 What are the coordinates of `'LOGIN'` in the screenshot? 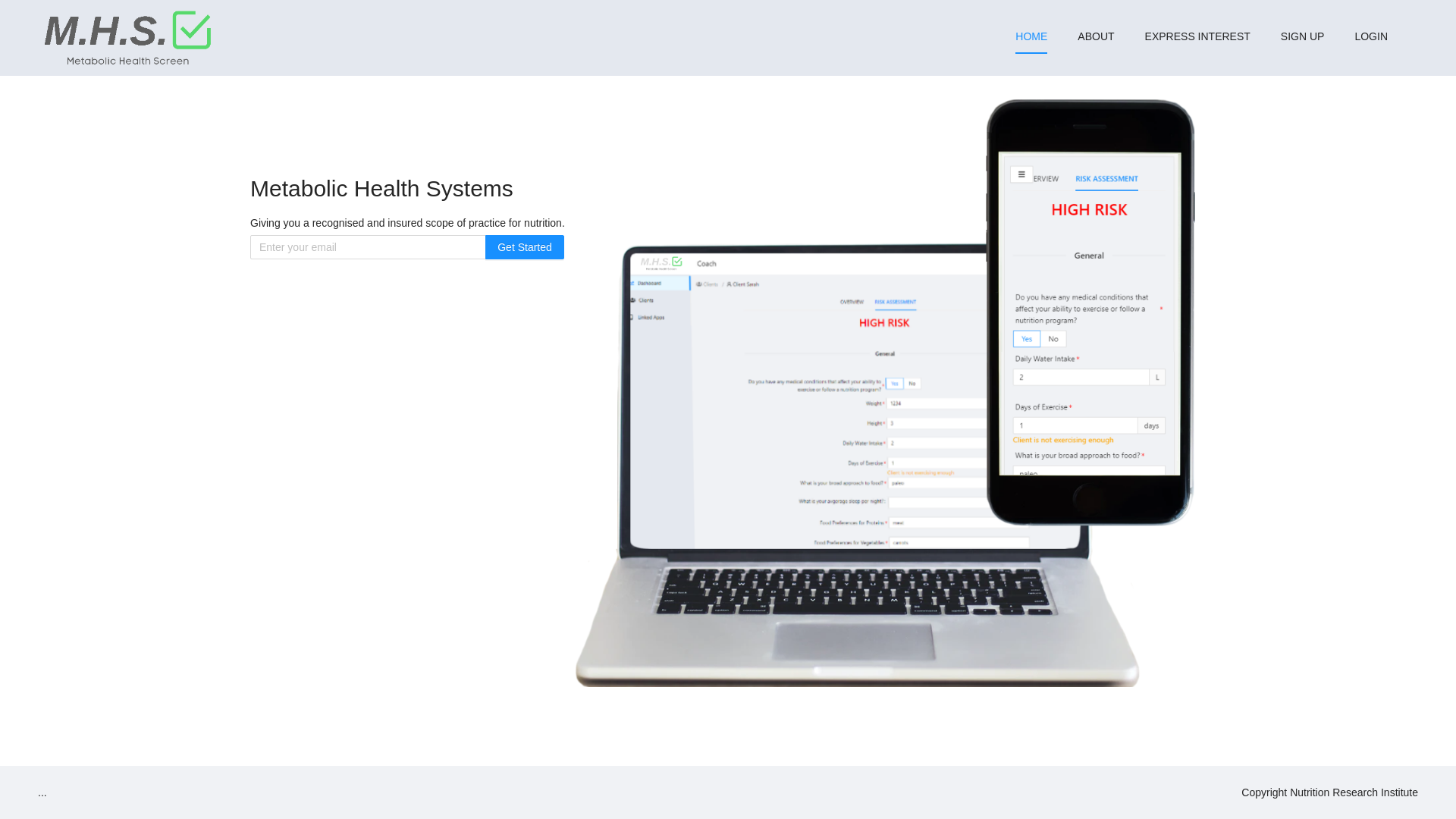 It's located at (1371, 35).